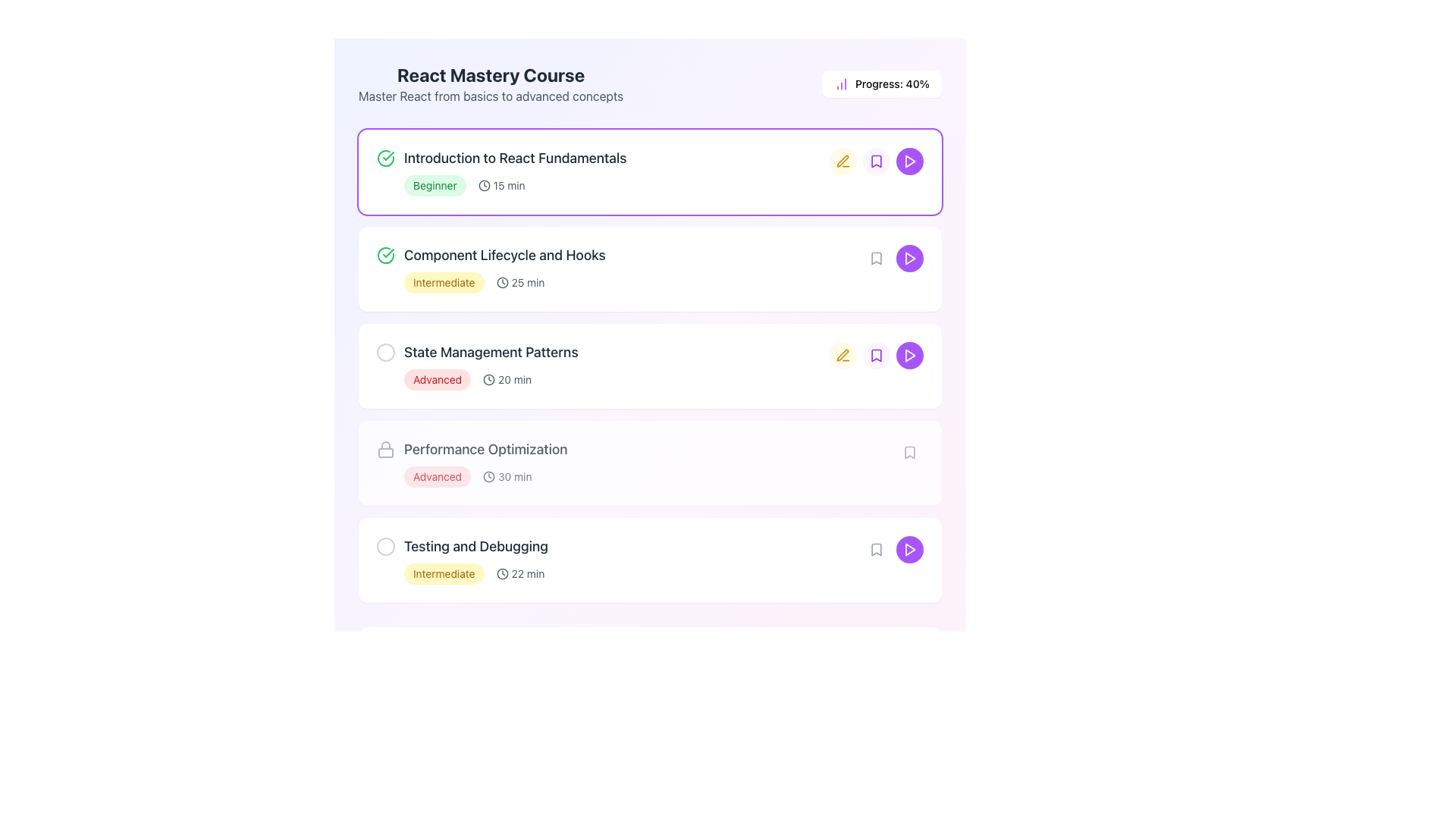 The image size is (1456, 819). I want to click on the circular purple button with a white play icon, so click(910, 161).